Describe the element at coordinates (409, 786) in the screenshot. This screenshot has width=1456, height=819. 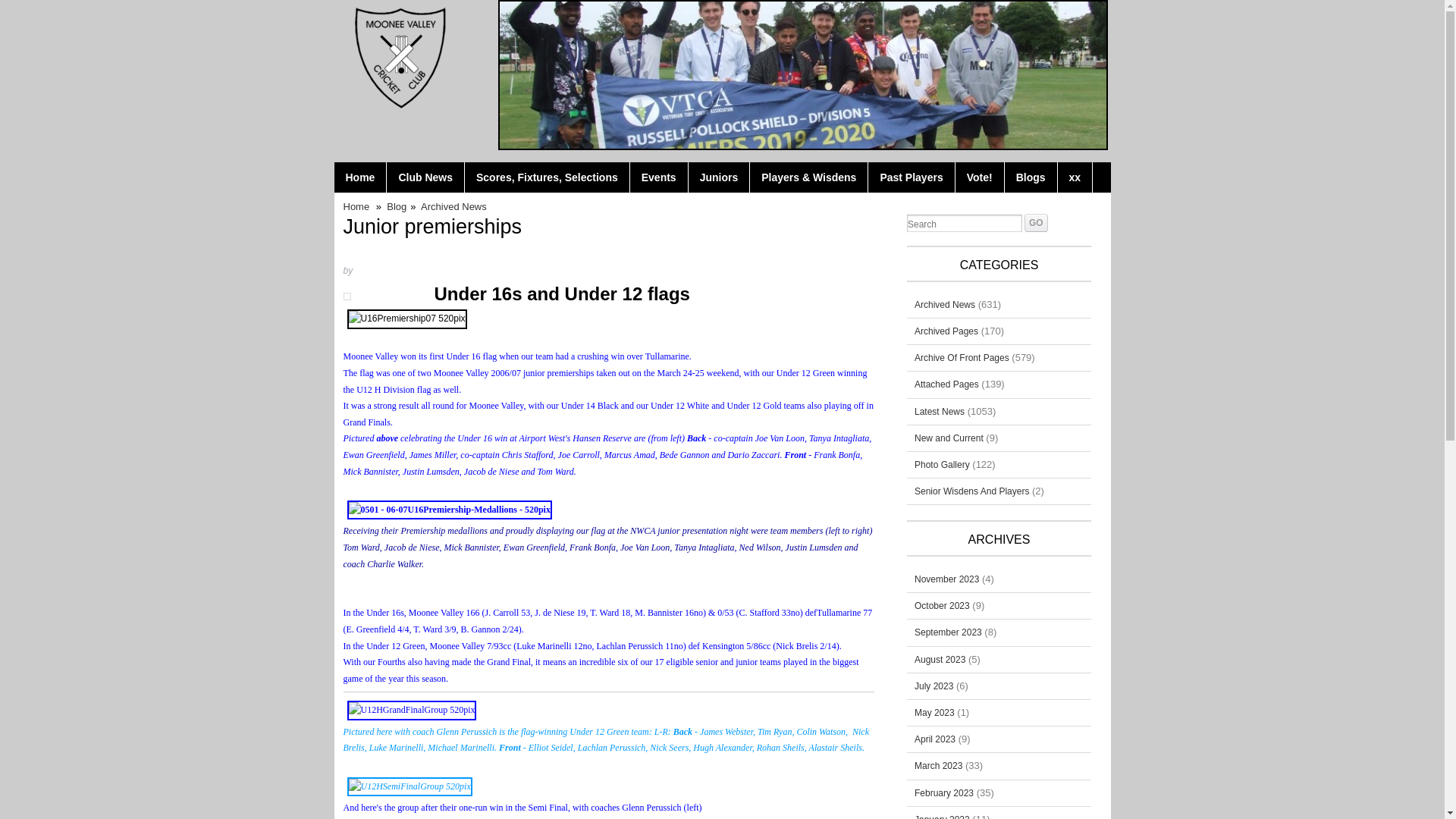
I see `'U12H Semi Final'` at that location.